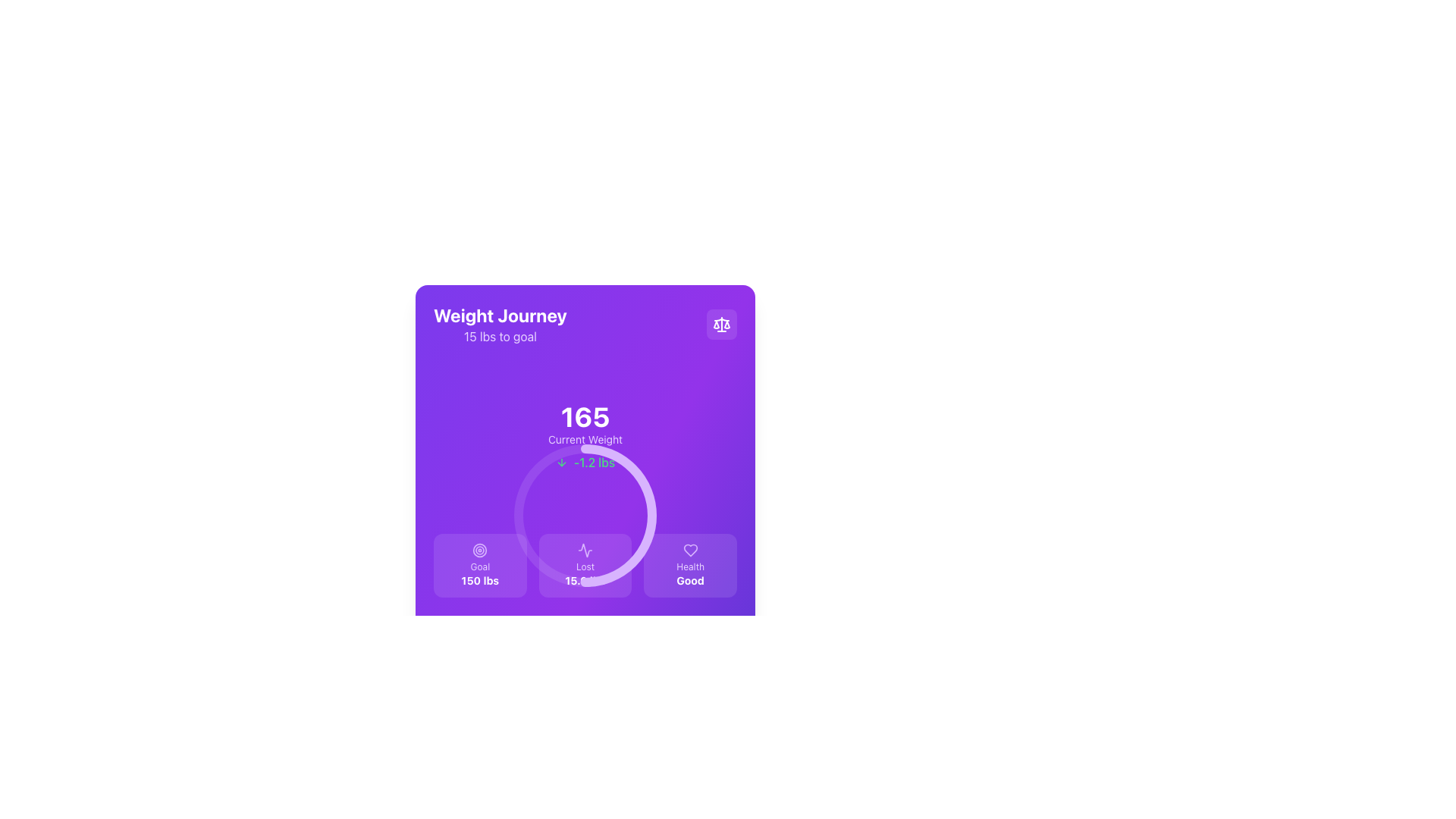  Describe the element at coordinates (585, 580) in the screenshot. I see `text content of the label displaying '15.0 lbs', which is located in the card below the 'Lost' label, within a purple-themed background` at that location.